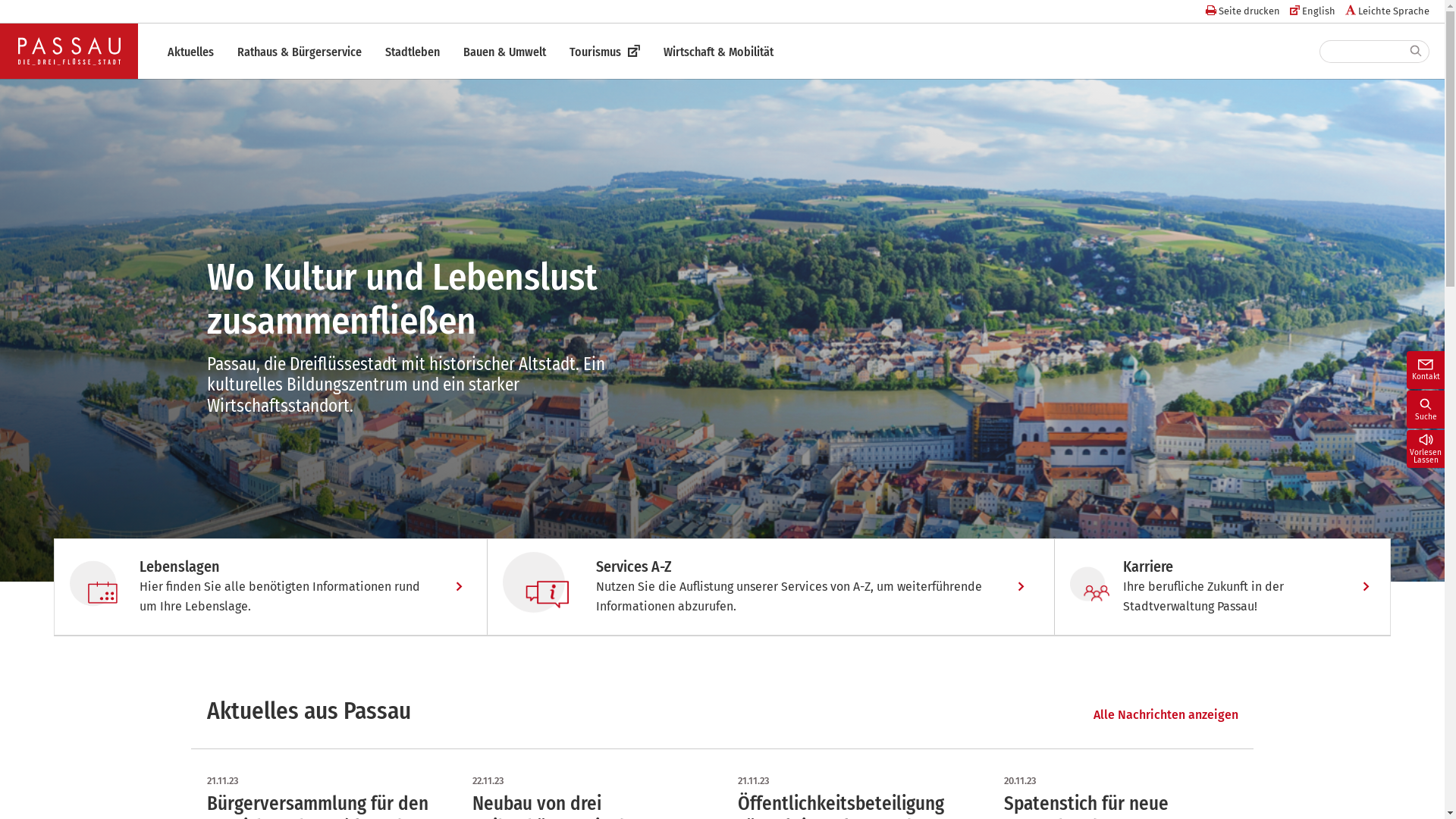  Describe the element at coordinates (1387, 11) in the screenshot. I see `'Leichte Sprache'` at that location.